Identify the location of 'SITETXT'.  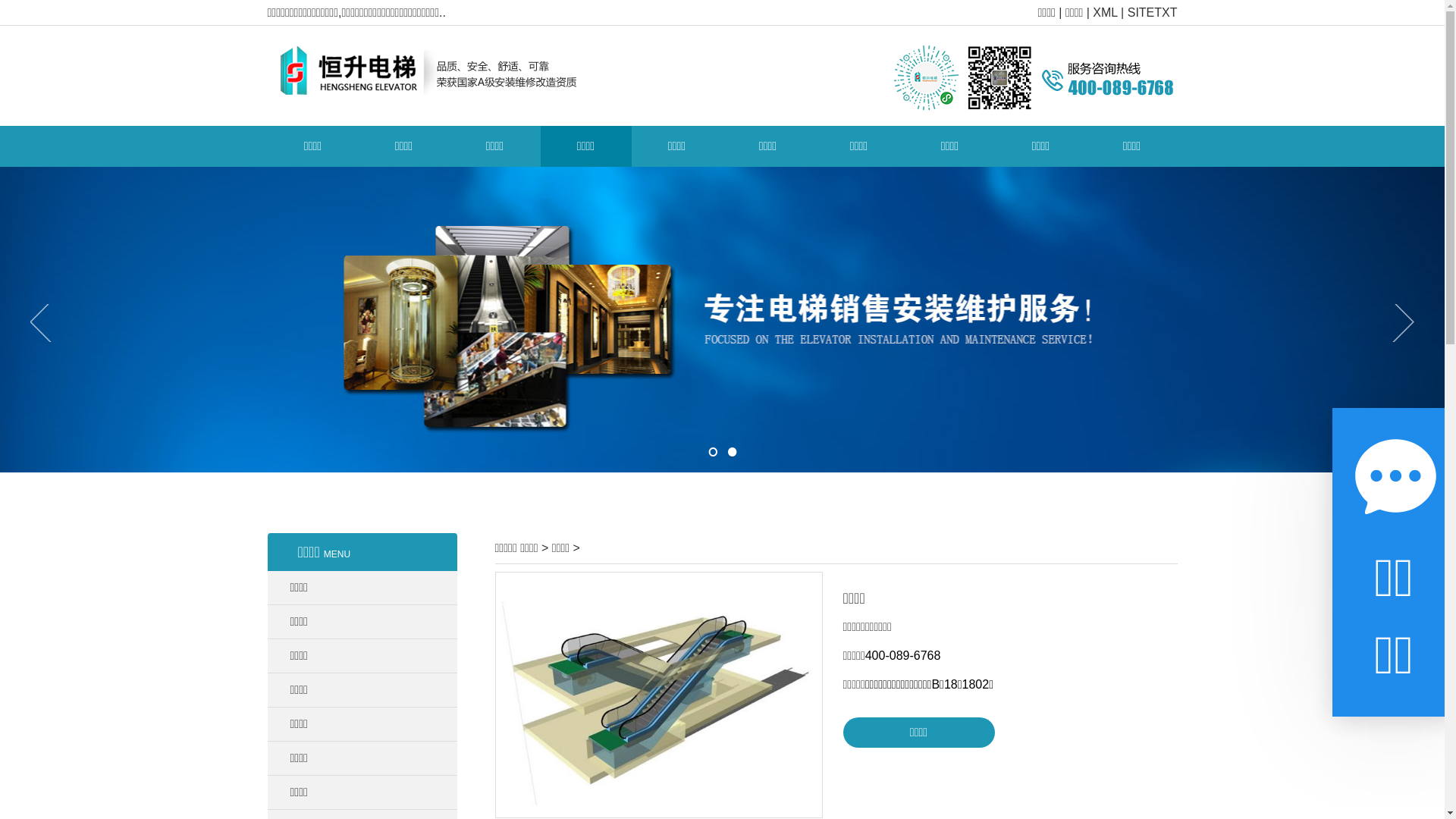
(1153, 12).